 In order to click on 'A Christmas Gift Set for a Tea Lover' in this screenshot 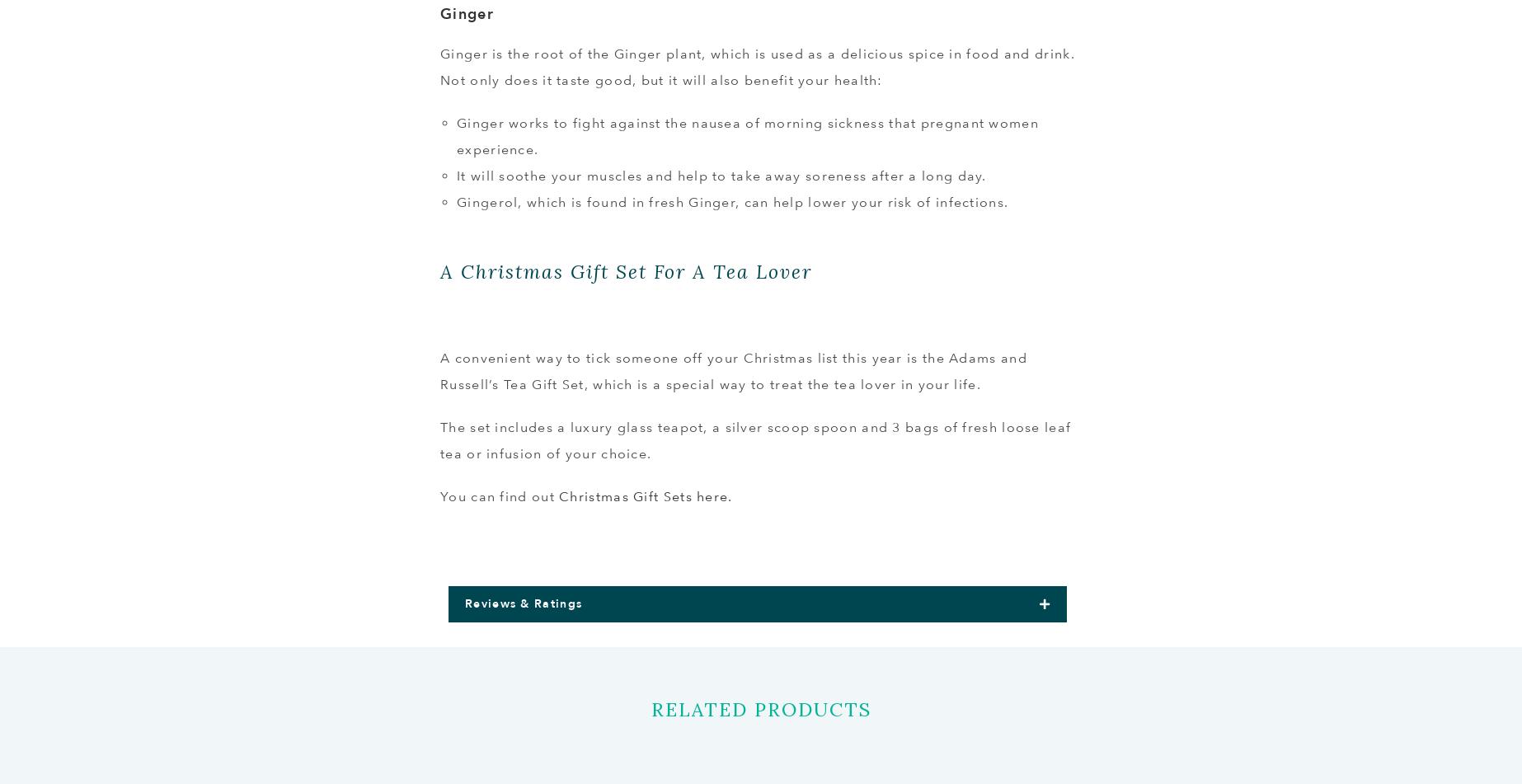, I will do `click(625, 271)`.